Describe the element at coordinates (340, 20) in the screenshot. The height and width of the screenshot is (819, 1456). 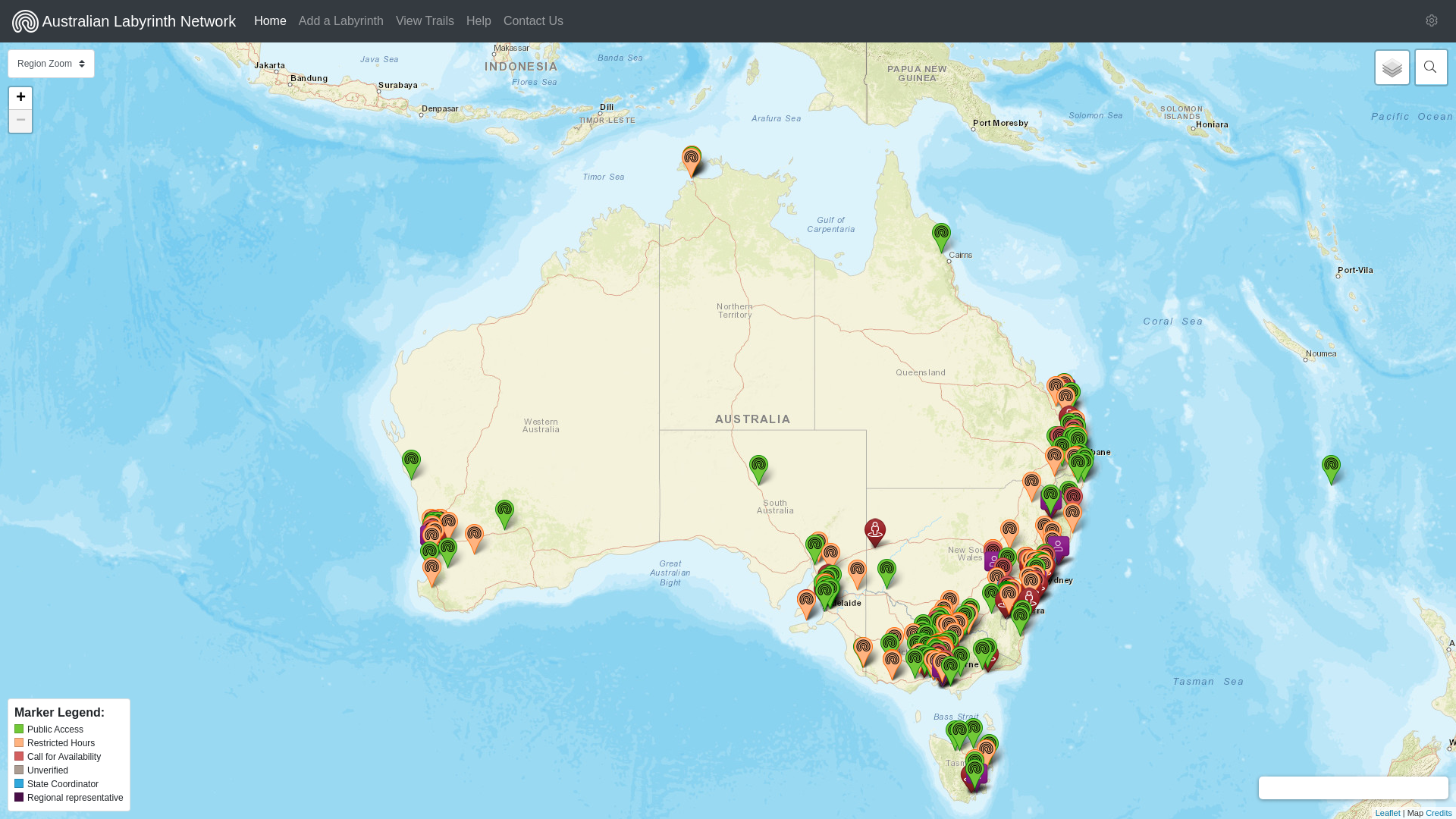
I see `'Add a Labyrinth'` at that location.